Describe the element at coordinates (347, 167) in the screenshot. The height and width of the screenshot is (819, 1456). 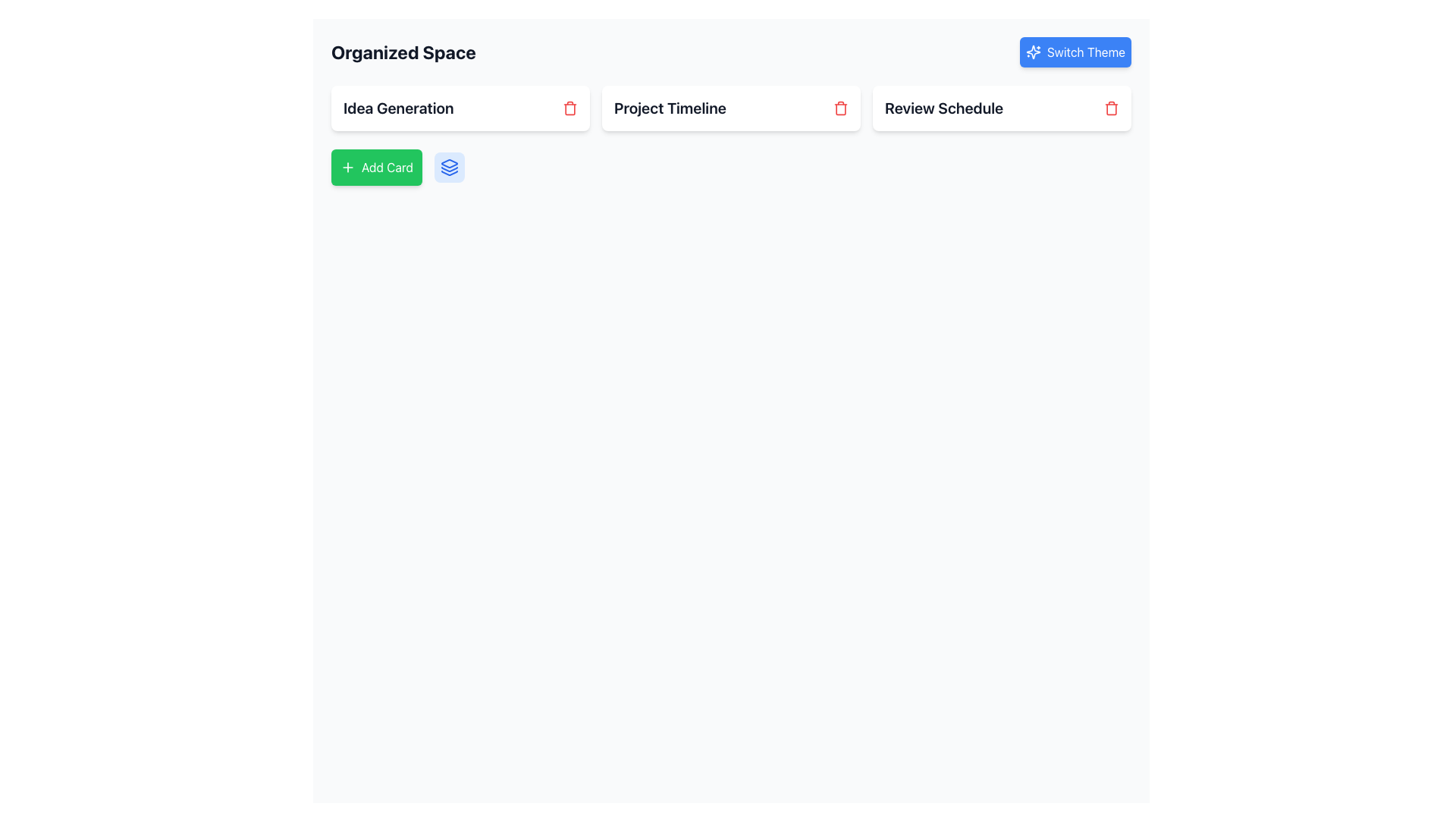
I see `the 'Add Card' button icon, which is a green button with a plus sign indicating the action of adding a new card or item, located in the upper-left quadrant of the interface` at that location.